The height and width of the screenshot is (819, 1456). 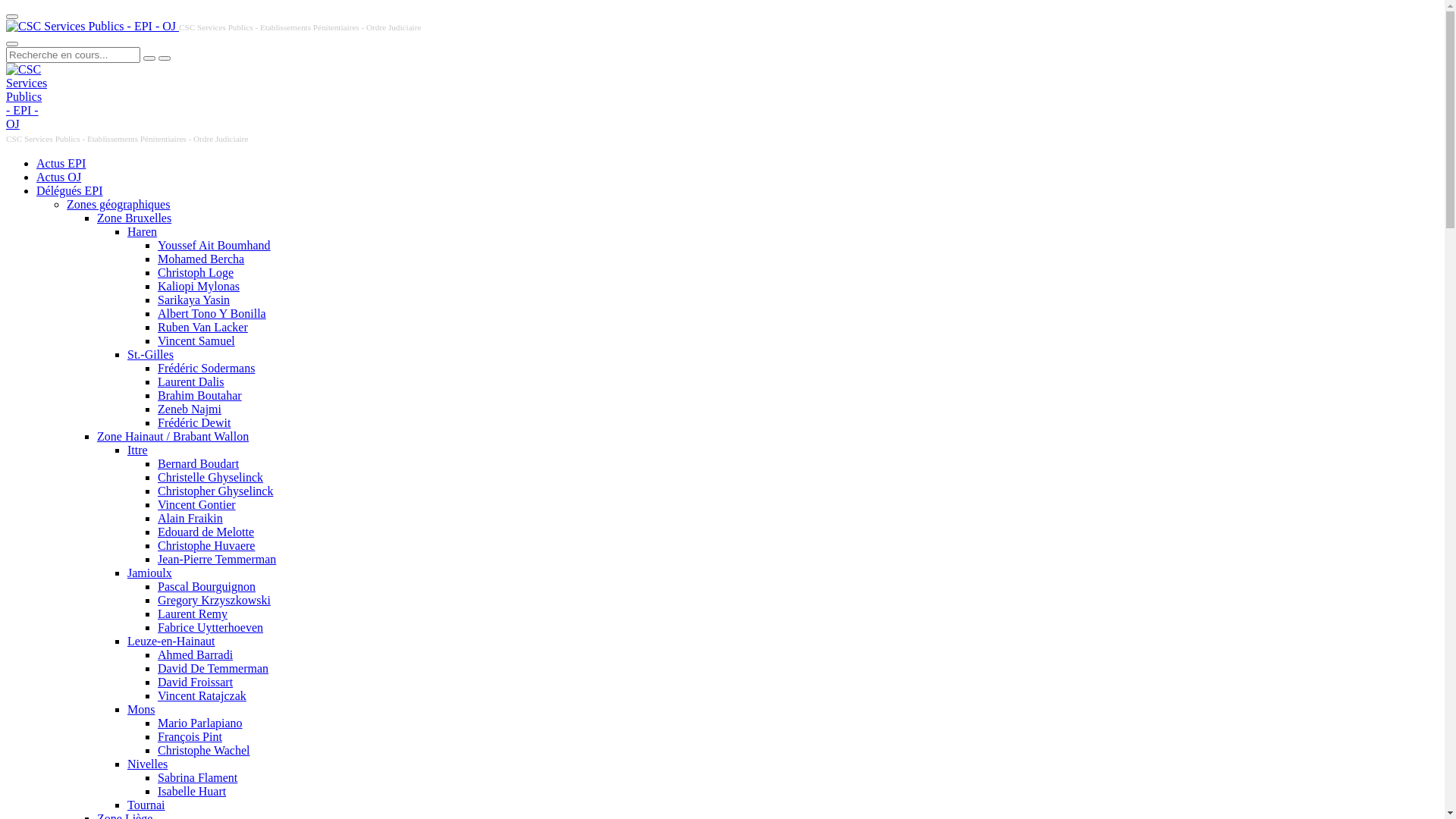 What do you see at coordinates (201, 695) in the screenshot?
I see `'Vincent Ratajczak'` at bounding box center [201, 695].